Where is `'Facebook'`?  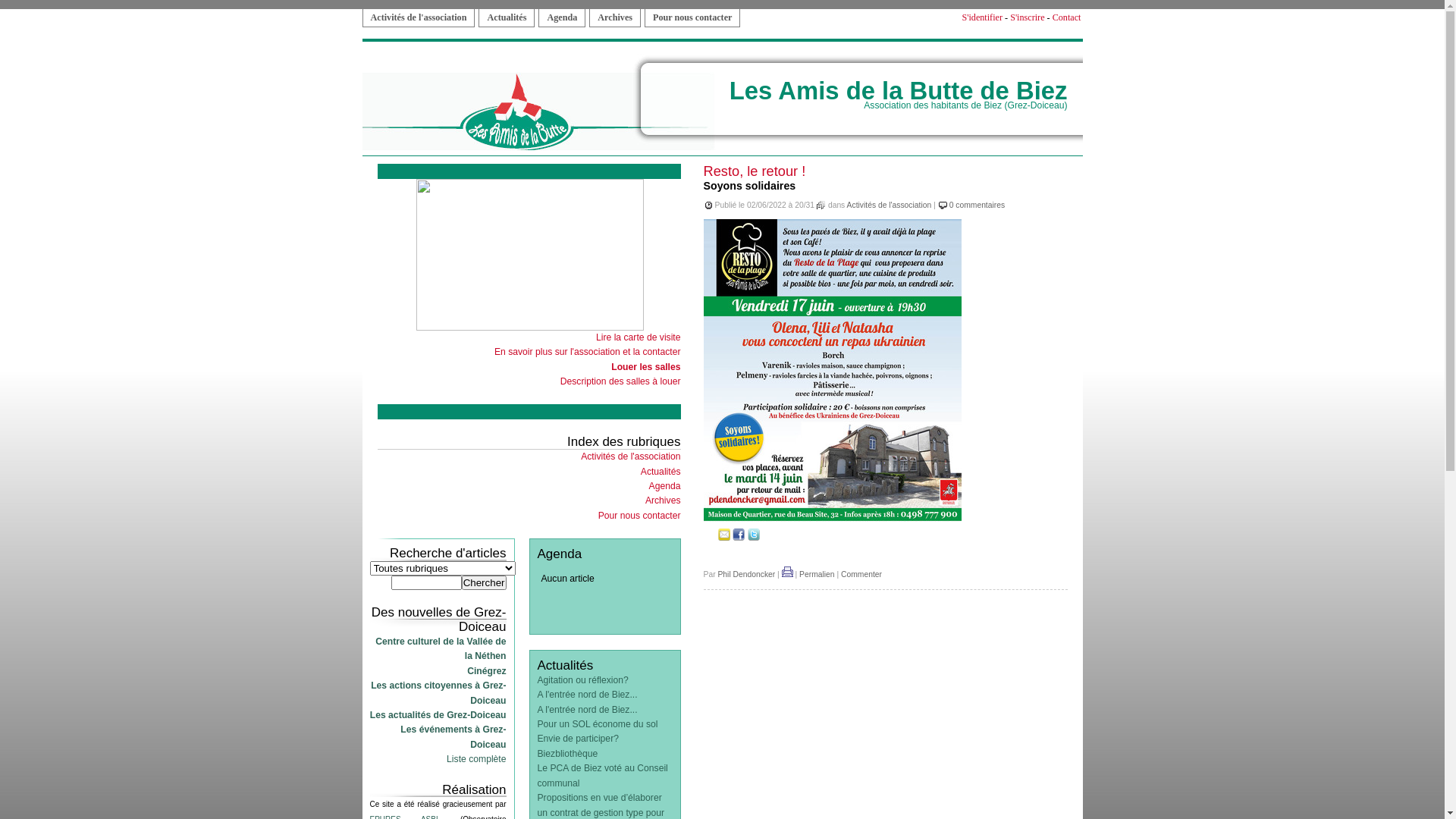 'Facebook' is located at coordinates (739, 537).